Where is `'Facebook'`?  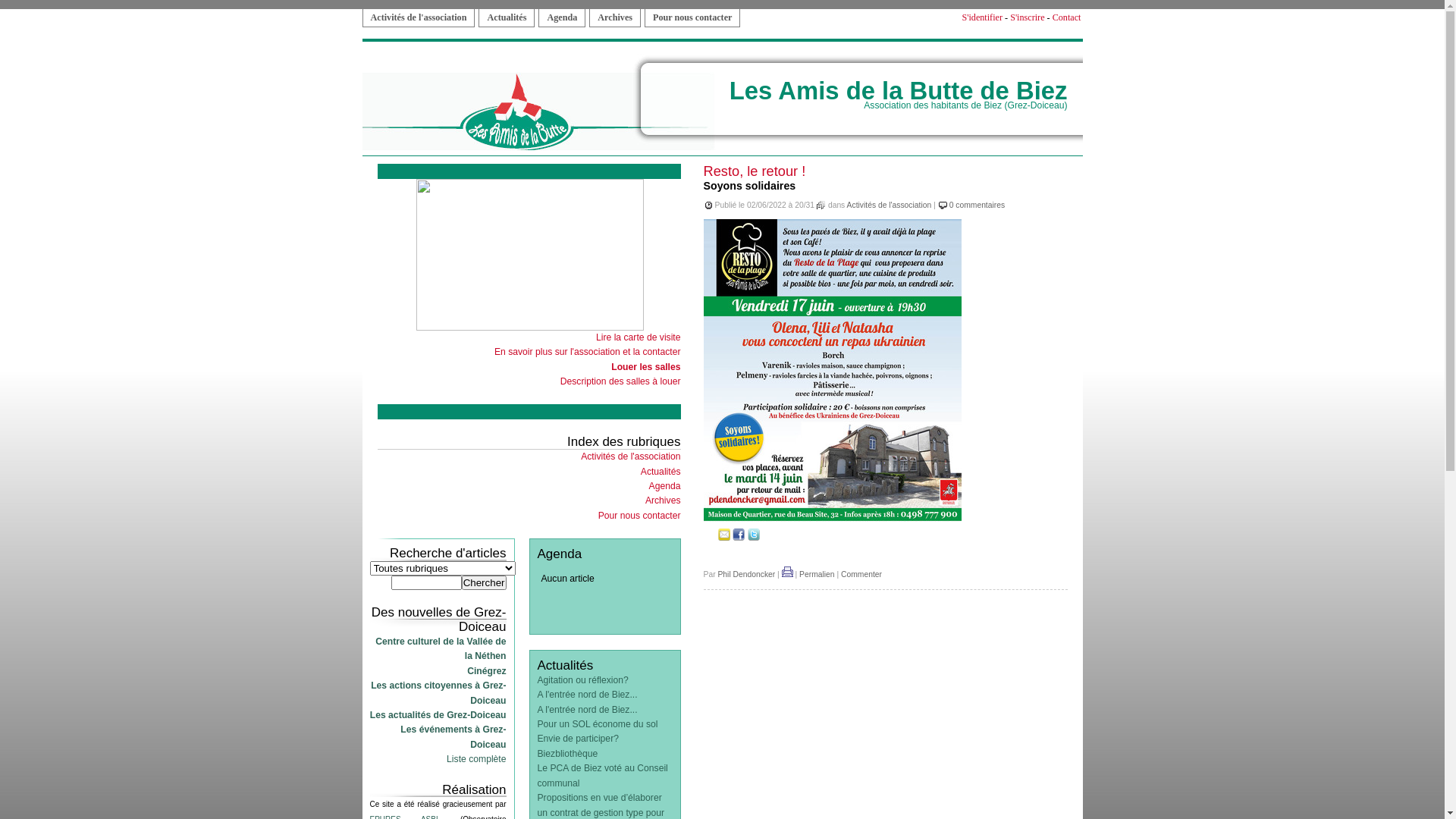 'Facebook' is located at coordinates (739, 537).